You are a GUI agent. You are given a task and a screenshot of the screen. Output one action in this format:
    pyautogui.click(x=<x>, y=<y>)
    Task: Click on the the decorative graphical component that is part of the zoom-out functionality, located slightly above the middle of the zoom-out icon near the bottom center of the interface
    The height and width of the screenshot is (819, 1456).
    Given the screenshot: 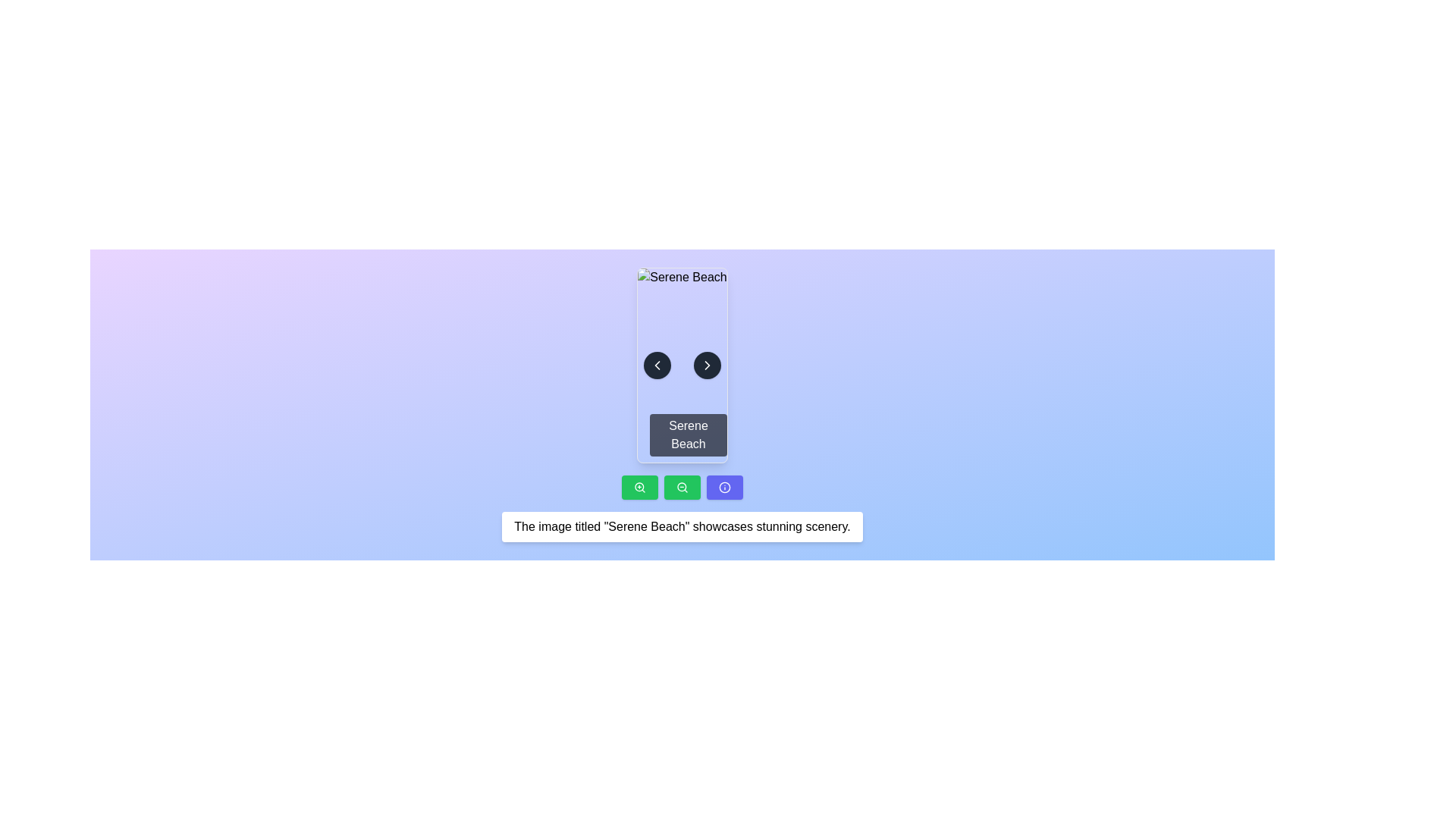 What is the action you would take?
    pyautogui.click(x=681, y=487)
    